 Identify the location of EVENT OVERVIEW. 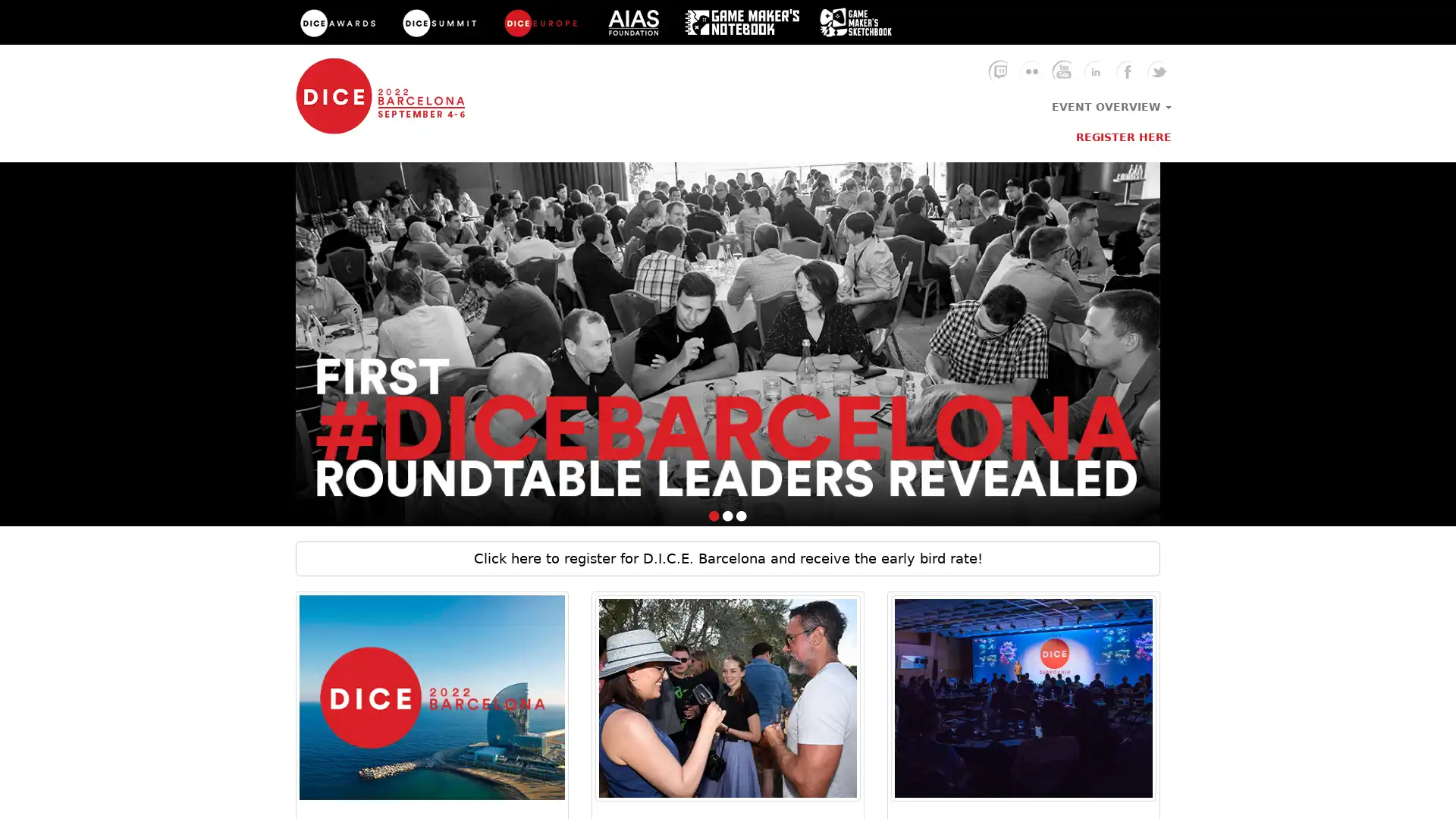
(1111, 106).